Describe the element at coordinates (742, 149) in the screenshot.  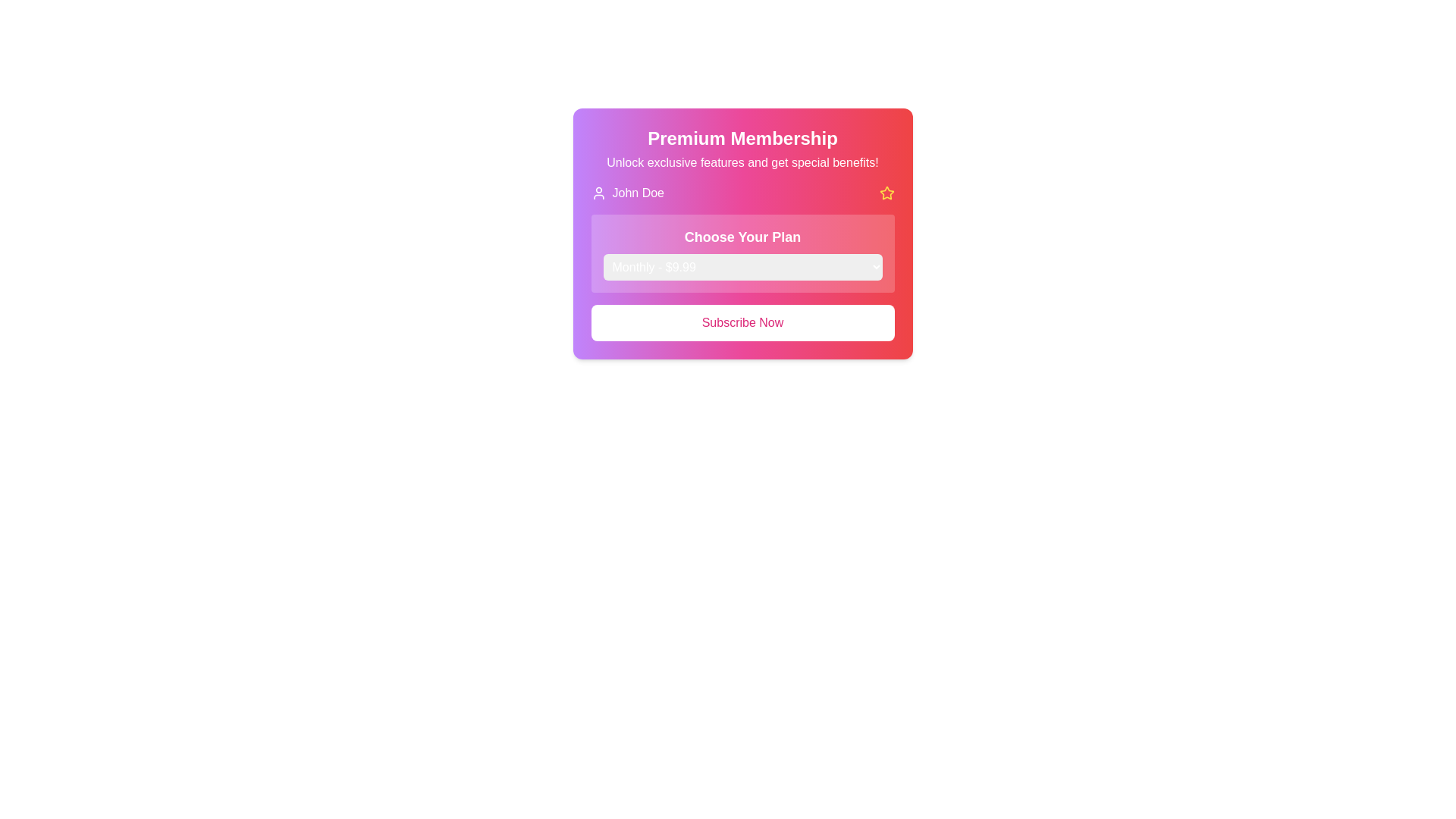
I see `the title and subtitle text block of the membership section, which is positioned above the user's name and other interactive components` at that location.